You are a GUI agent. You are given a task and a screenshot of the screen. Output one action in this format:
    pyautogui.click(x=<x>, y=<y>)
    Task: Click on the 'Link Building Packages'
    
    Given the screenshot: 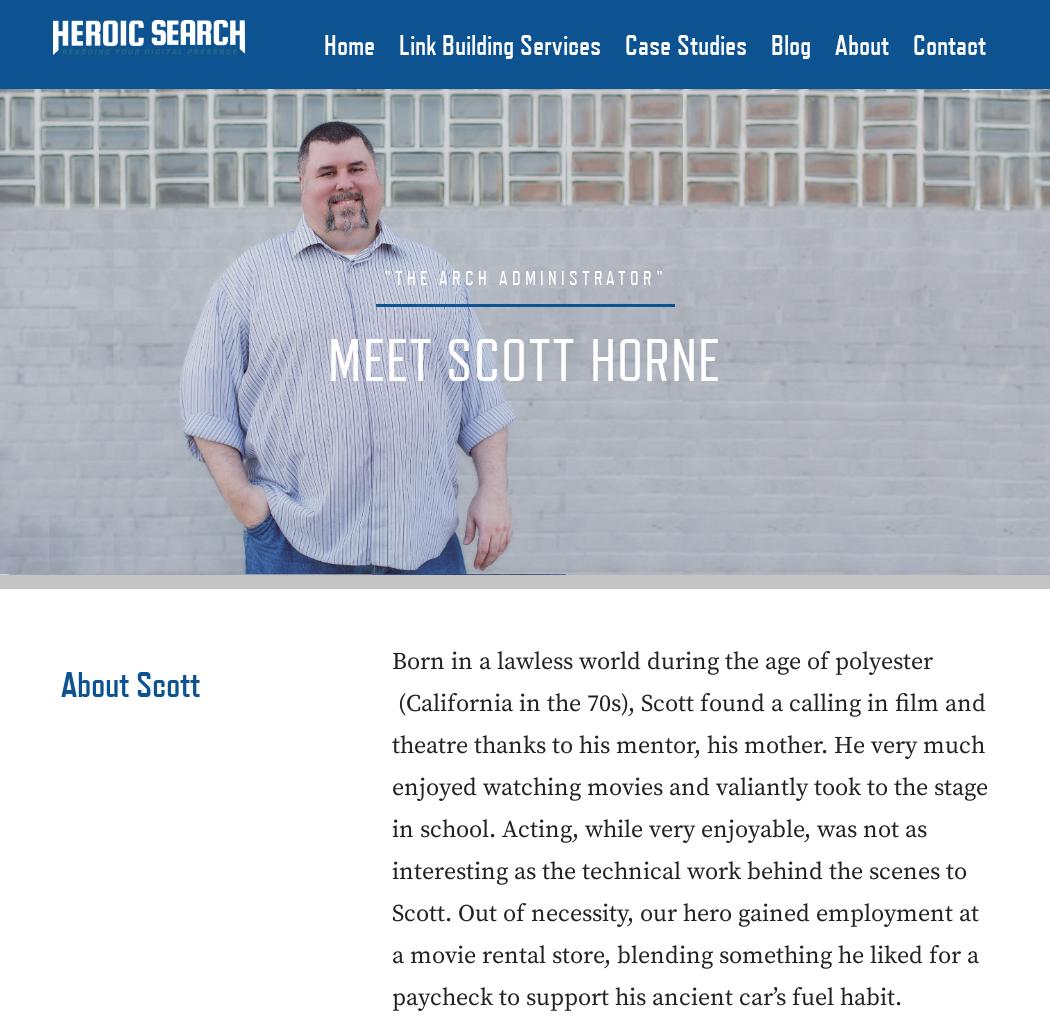 What is the action you would take?
    pyautogui.click(x=504, y=98)
    